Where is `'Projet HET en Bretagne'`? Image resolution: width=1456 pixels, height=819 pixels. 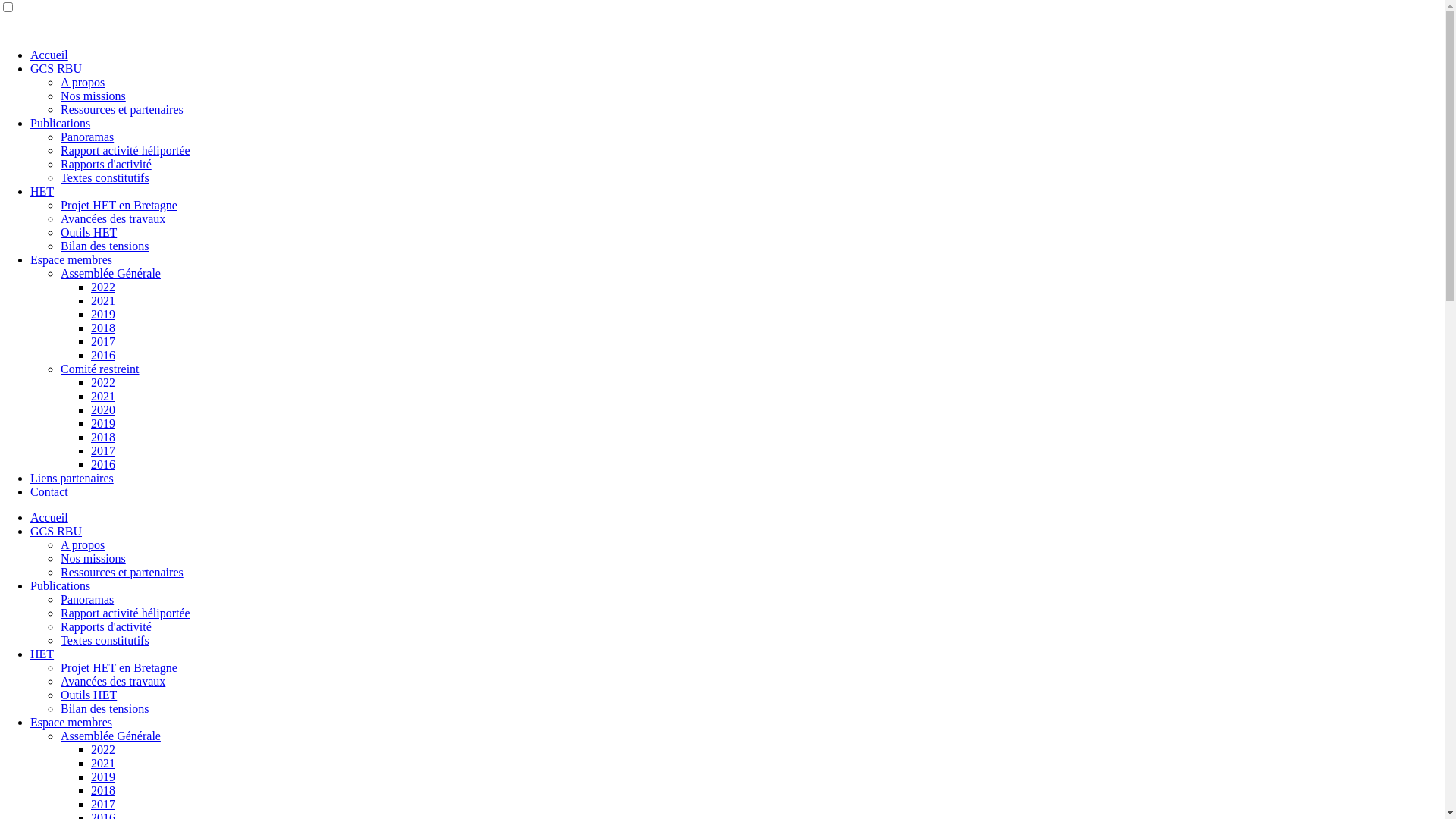
'Projet HET en Bretagne' is located at coordinates (118, 667).